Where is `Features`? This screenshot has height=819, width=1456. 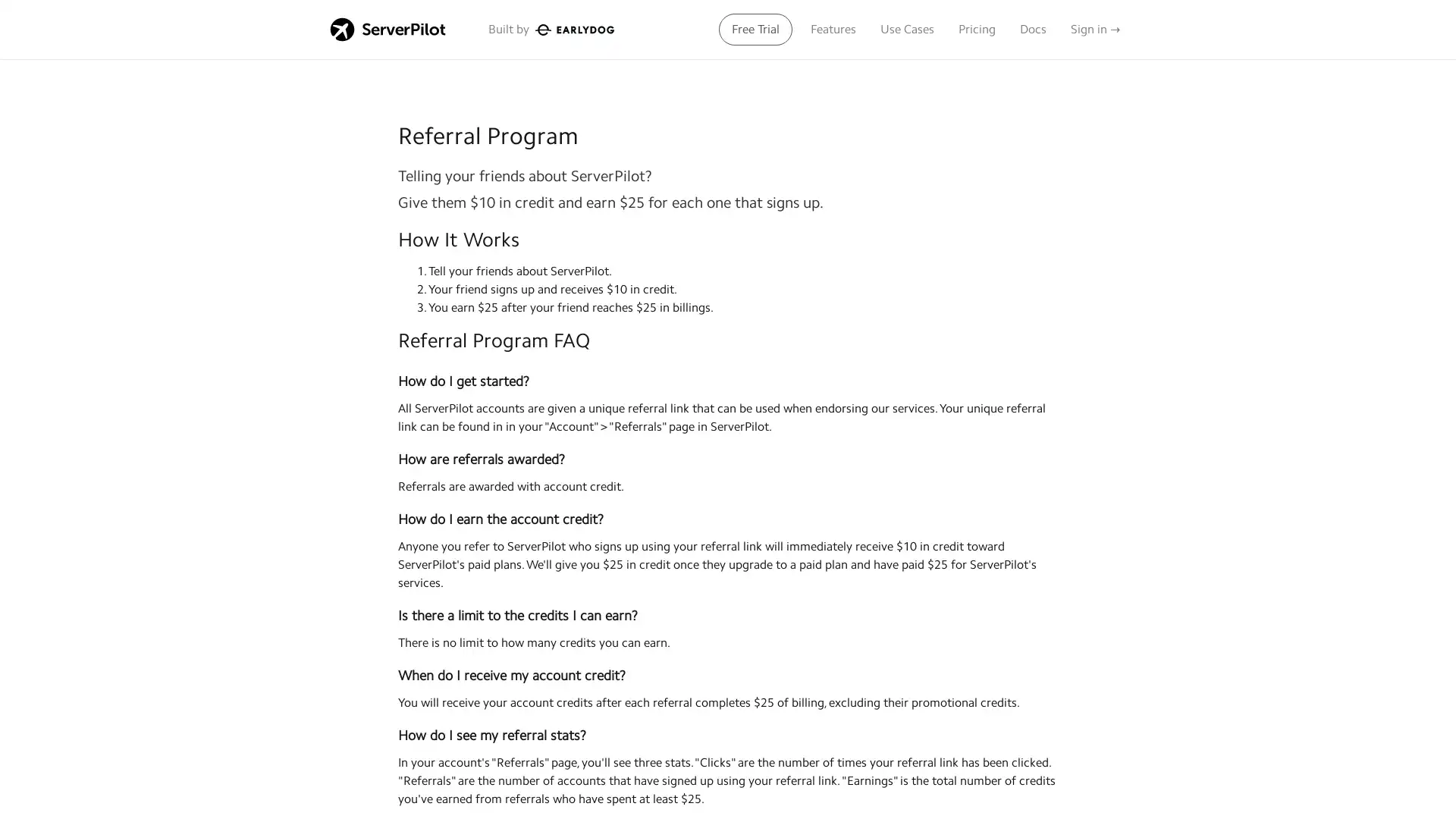 Features is located at coordinates (833, 29).